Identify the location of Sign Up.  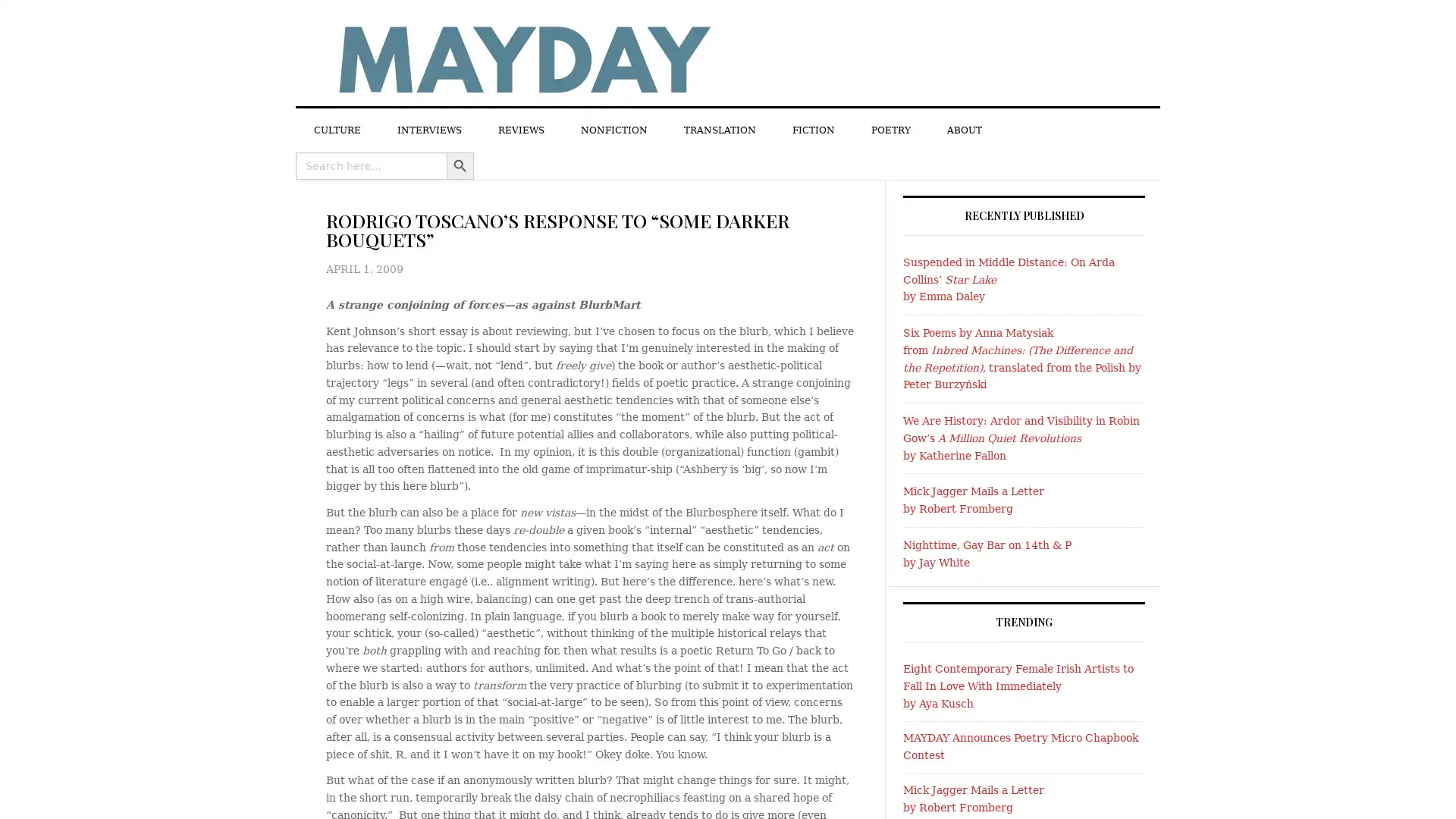
(671, 439).